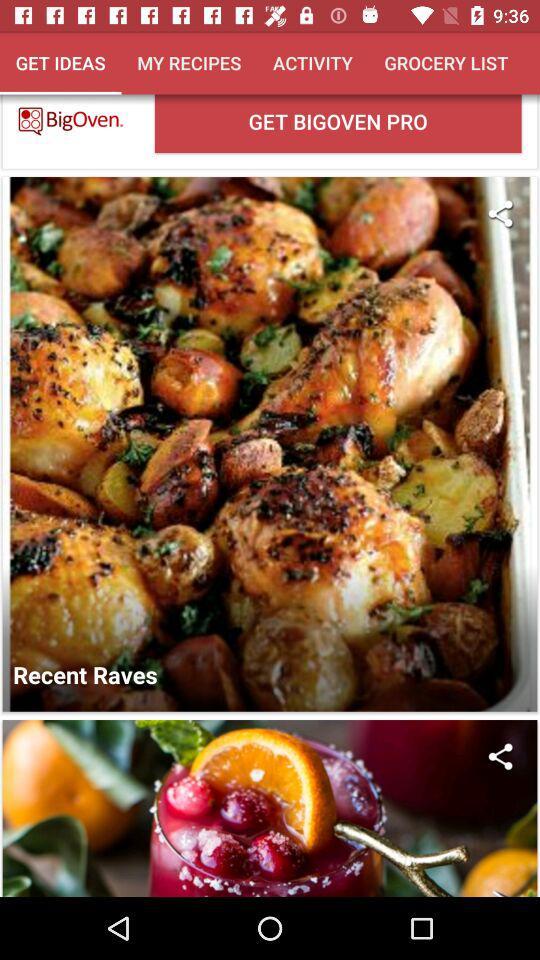  I want to click on get bigoven pro item, so click(337, 122).